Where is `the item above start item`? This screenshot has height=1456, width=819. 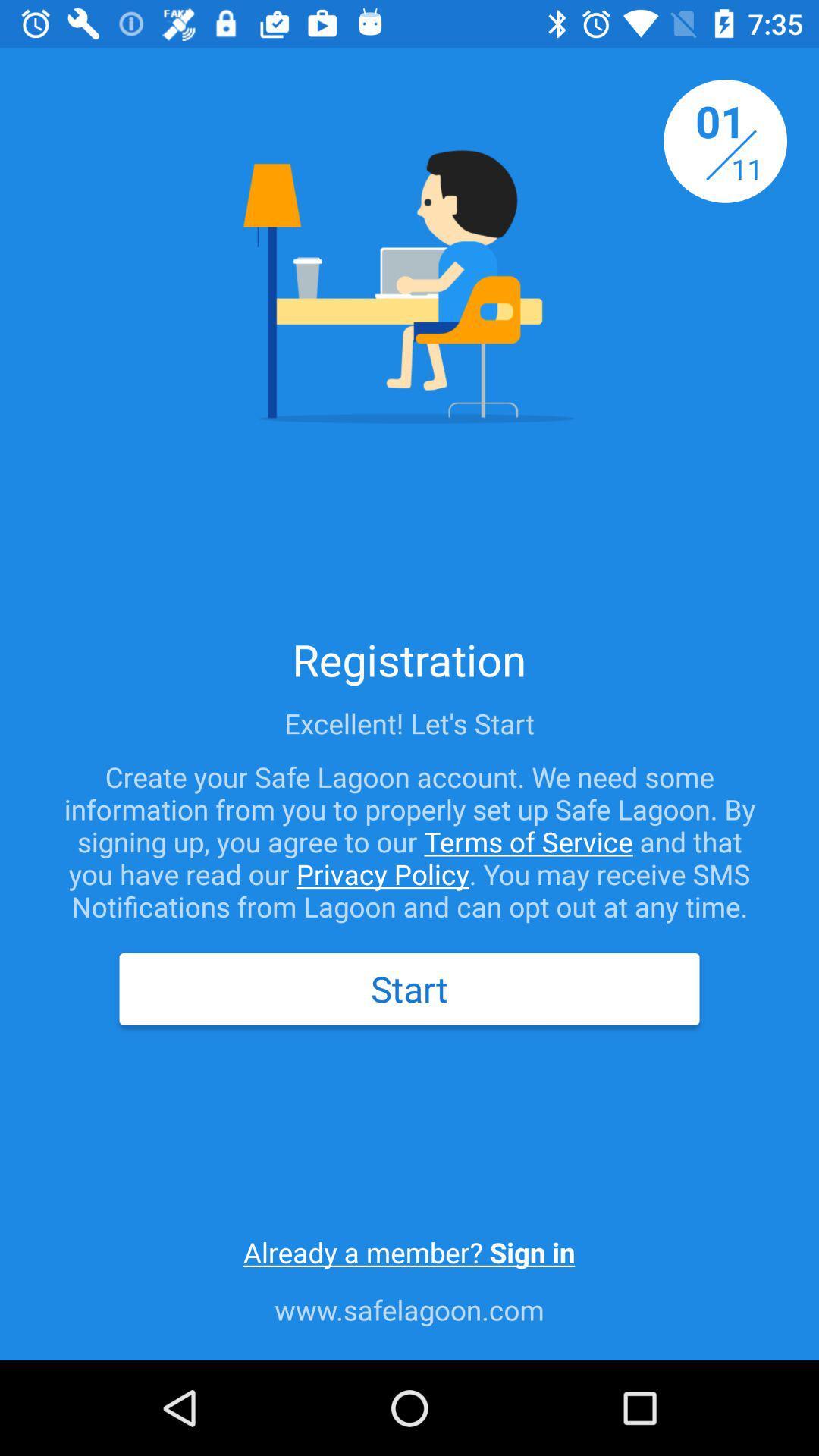
the item above start item is located at coordinates (409, 840).